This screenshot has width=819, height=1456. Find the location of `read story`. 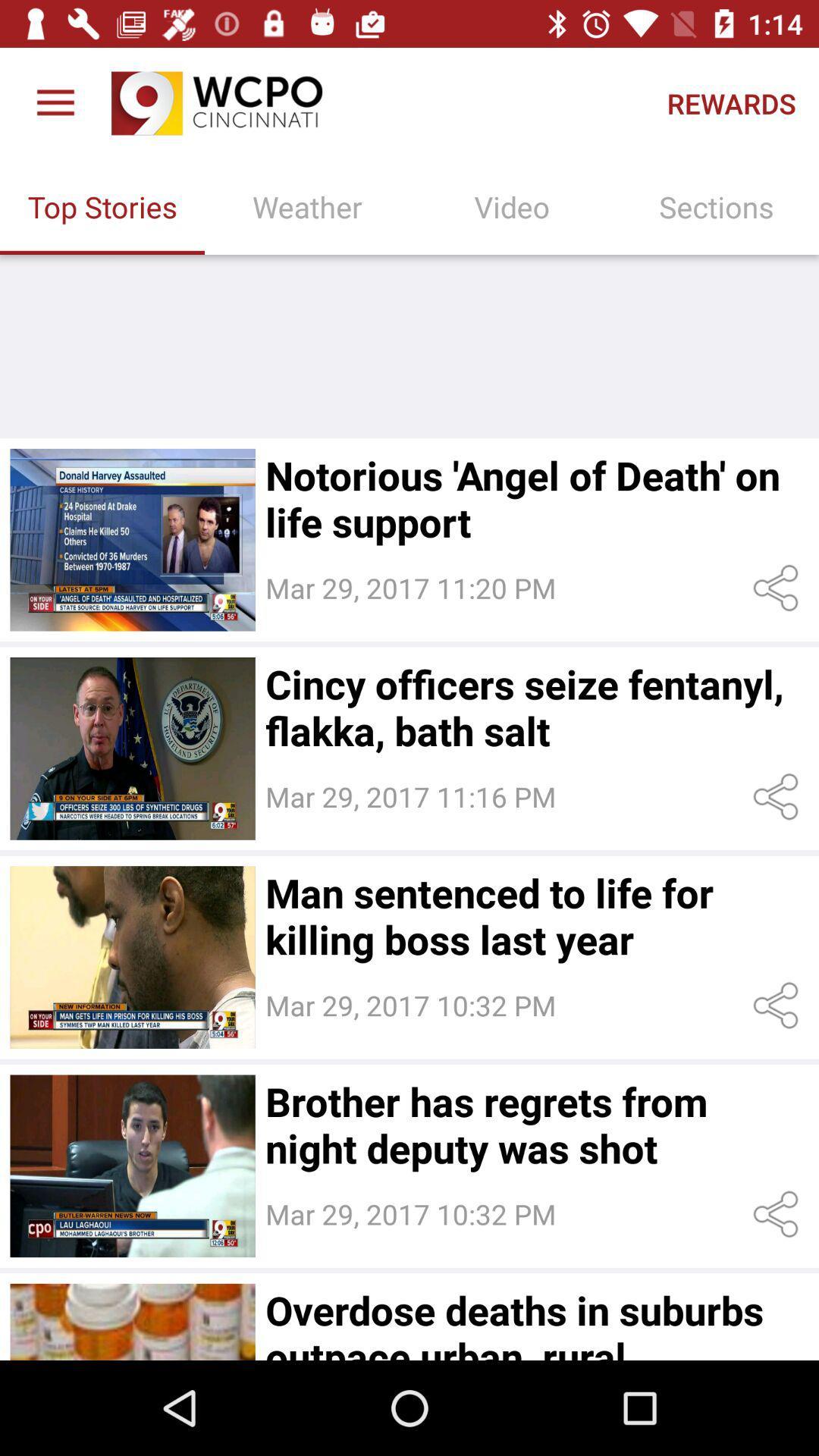

read story is located at coordinates (132, 748).